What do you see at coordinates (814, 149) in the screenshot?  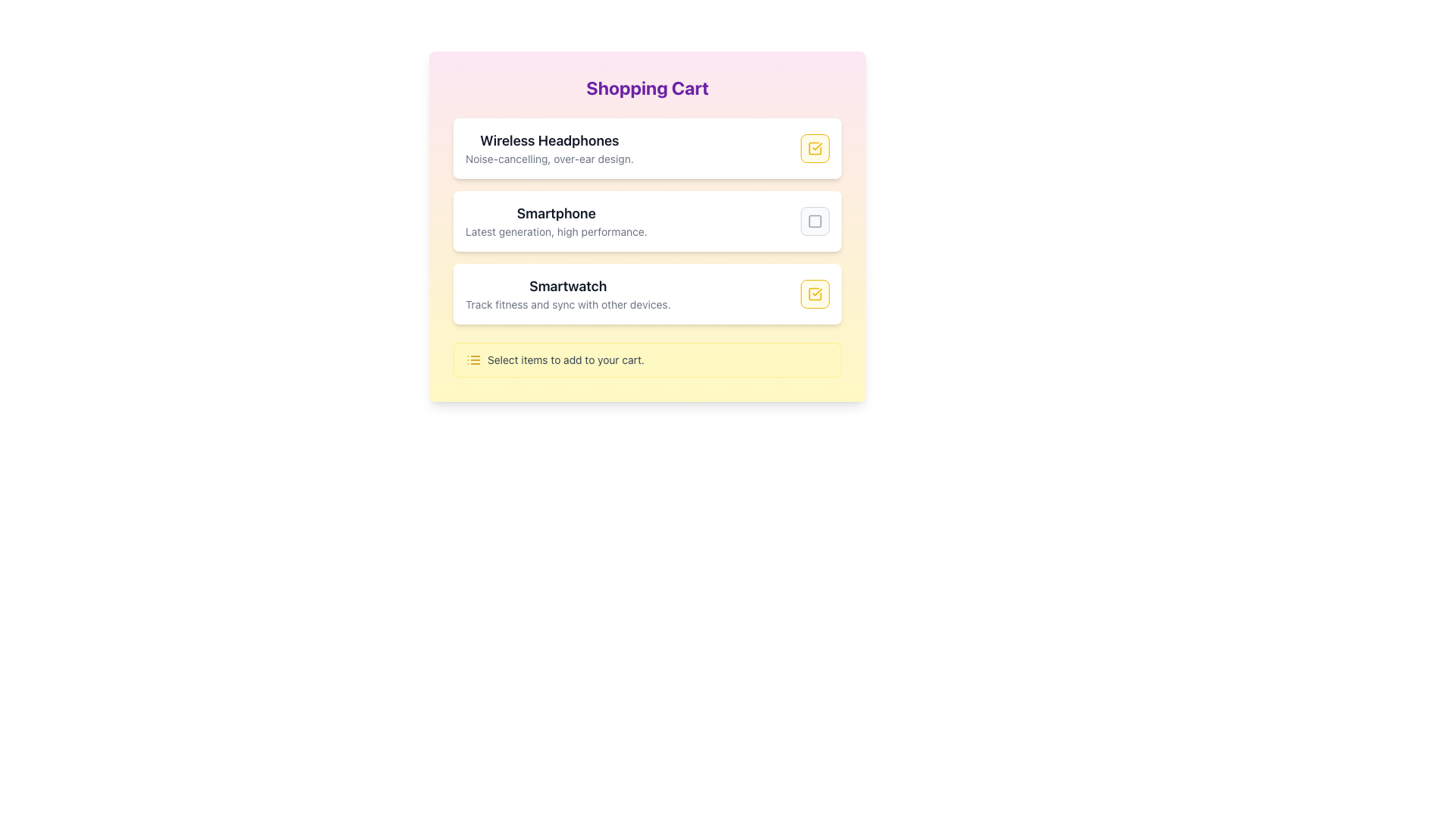 I see `the square-shaped checkbox with a yellow border and a light yellow background located in the top-right corner of the 'Wireless Headphones' card` at bounding box center [814, 149].